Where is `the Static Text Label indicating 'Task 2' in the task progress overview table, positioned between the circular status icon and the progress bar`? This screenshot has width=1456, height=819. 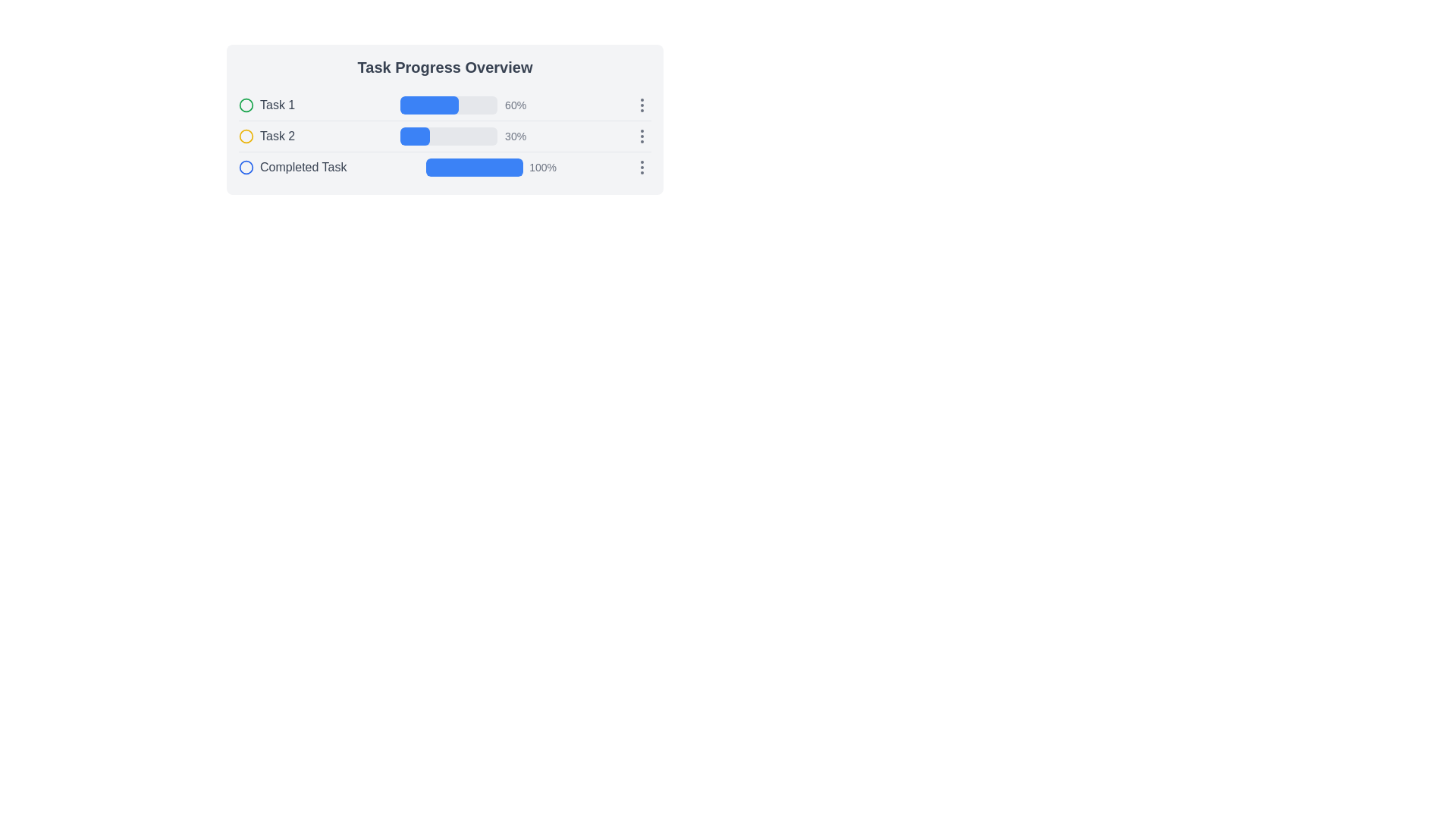 the Static Text Label indicating 'Task 2' in the task progress overview table, positioned between the circular status icon and the progress bar is located at coordinates (278, 136).